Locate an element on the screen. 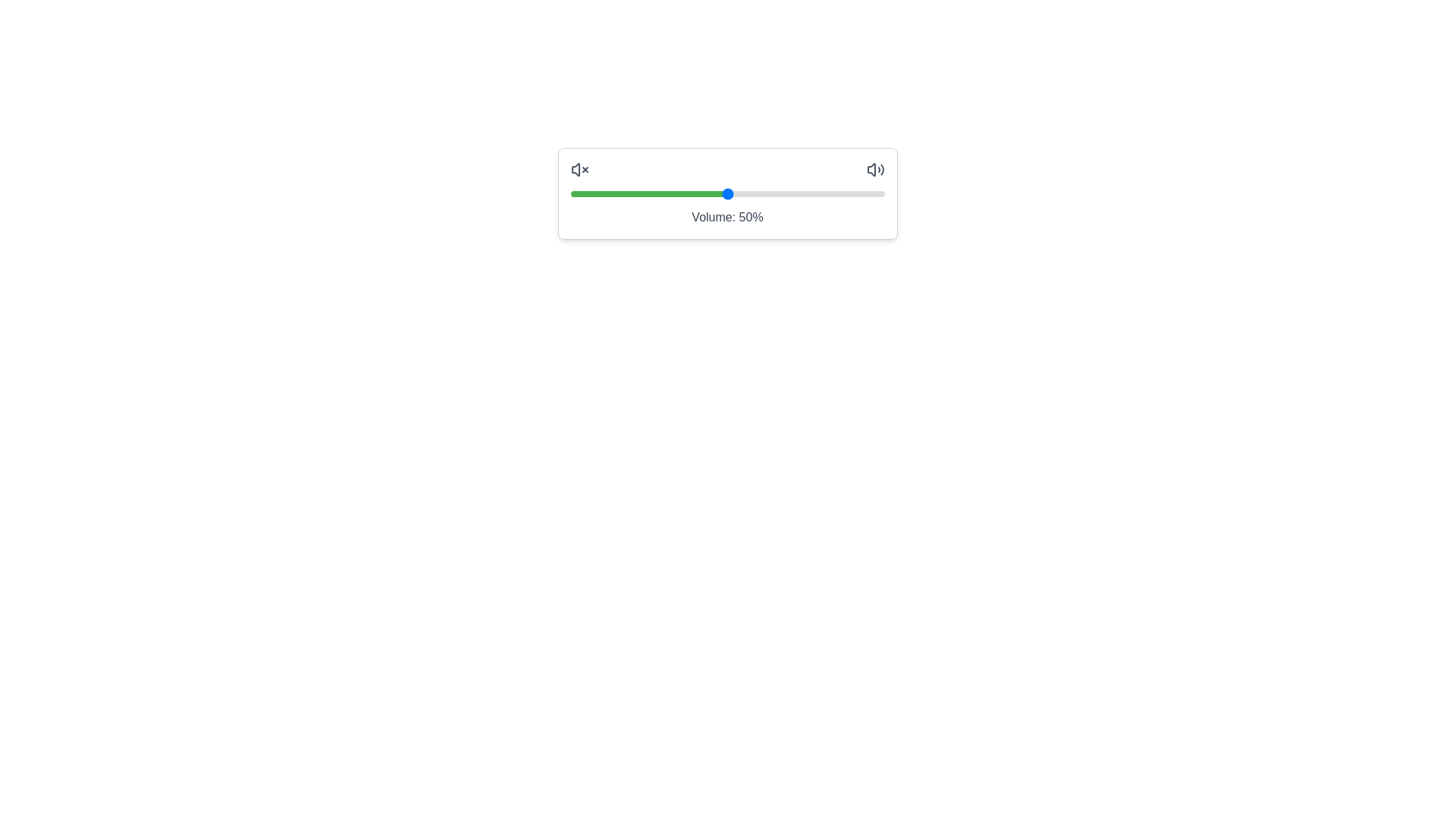 The image size is (1456, 819). the volume level is located at coordinates (824, 193).